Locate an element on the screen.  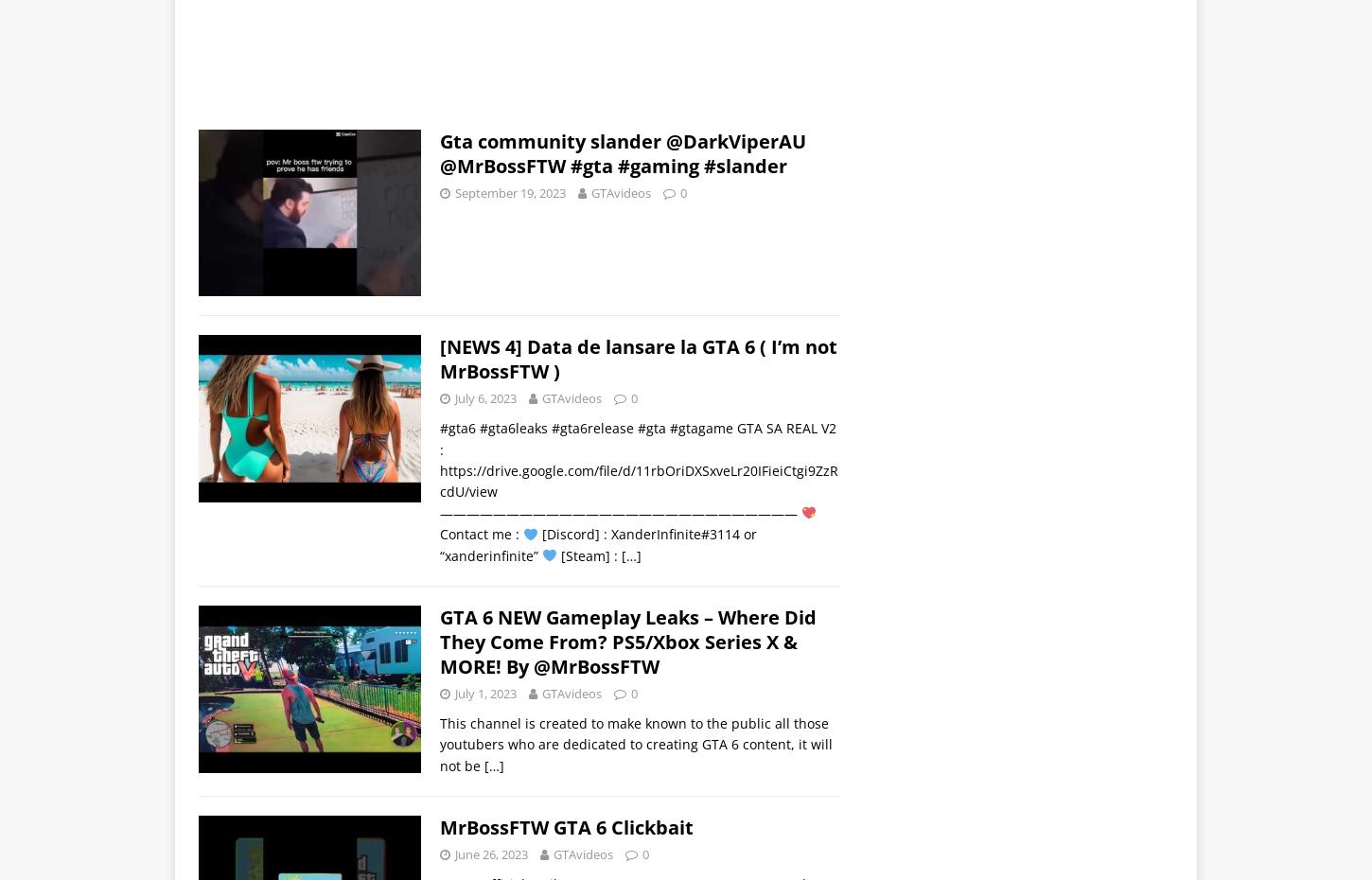
'Gta community slander @DarkViperAU  @MrBossFTW  #gta #gaming #slander' is located at coordinates (439, 151).